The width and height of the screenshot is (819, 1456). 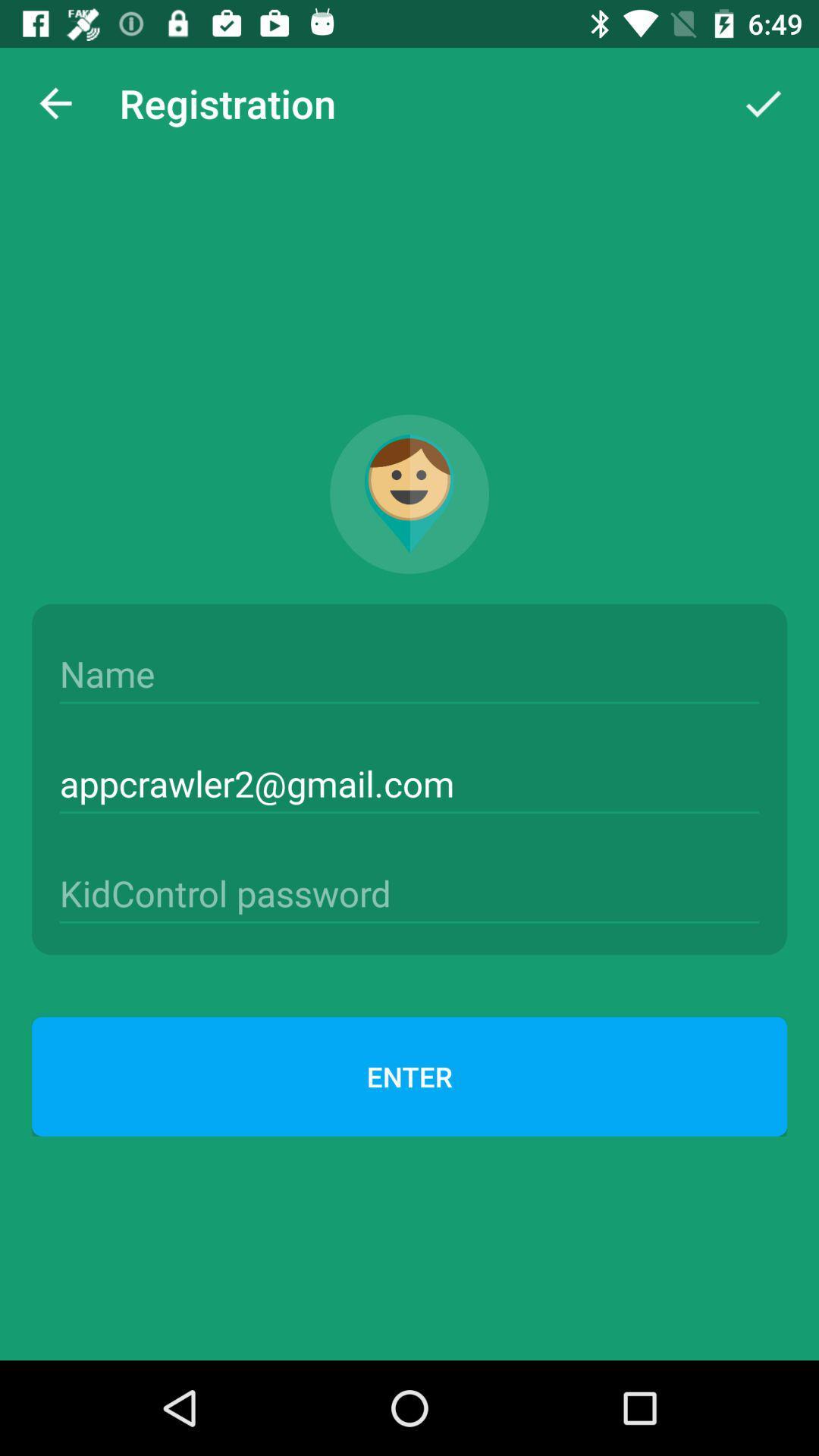 I want to click on name to register, so click(x=409, y=673).